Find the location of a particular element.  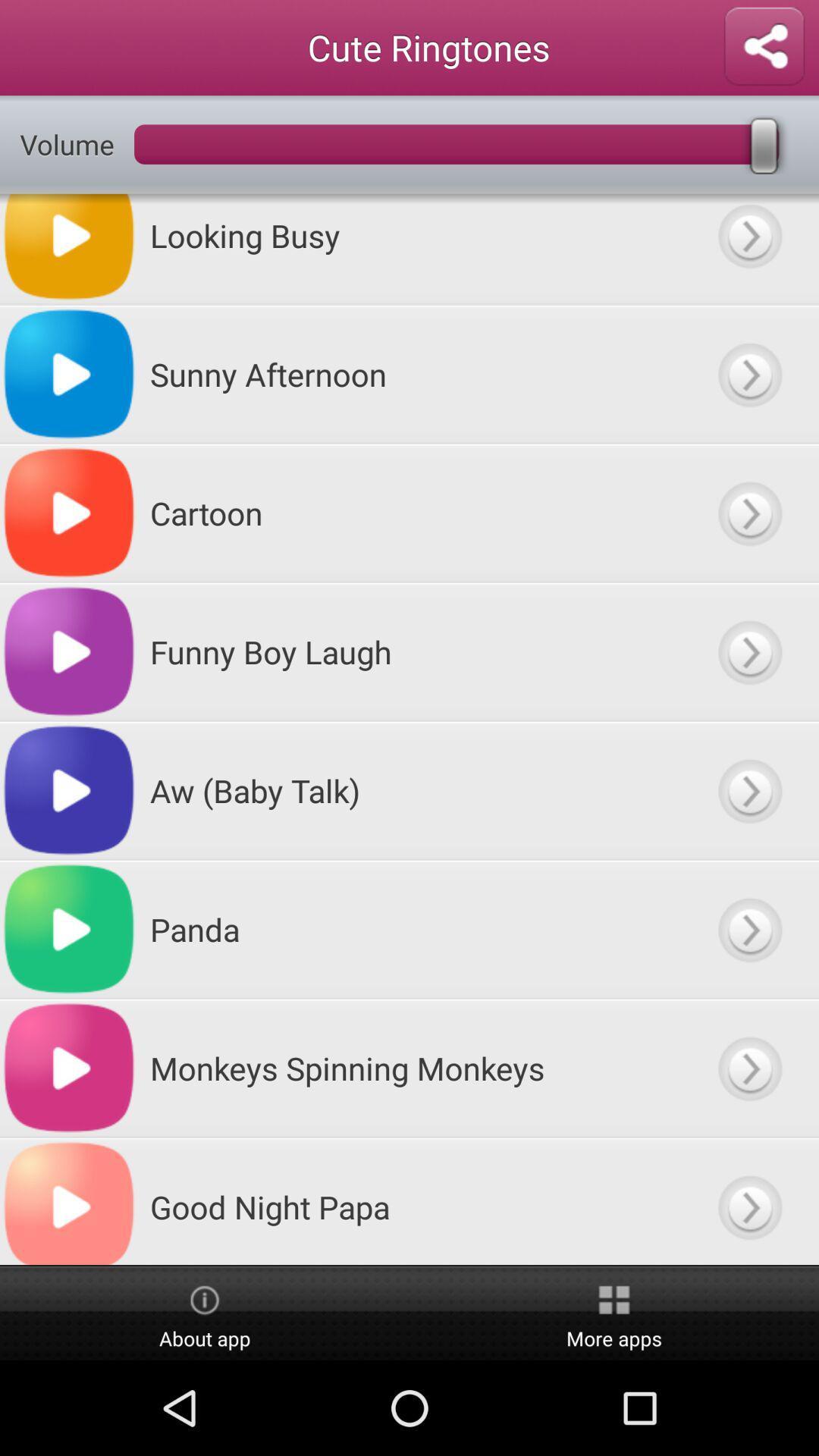

ringtone is located at coordinates (748, 1200).